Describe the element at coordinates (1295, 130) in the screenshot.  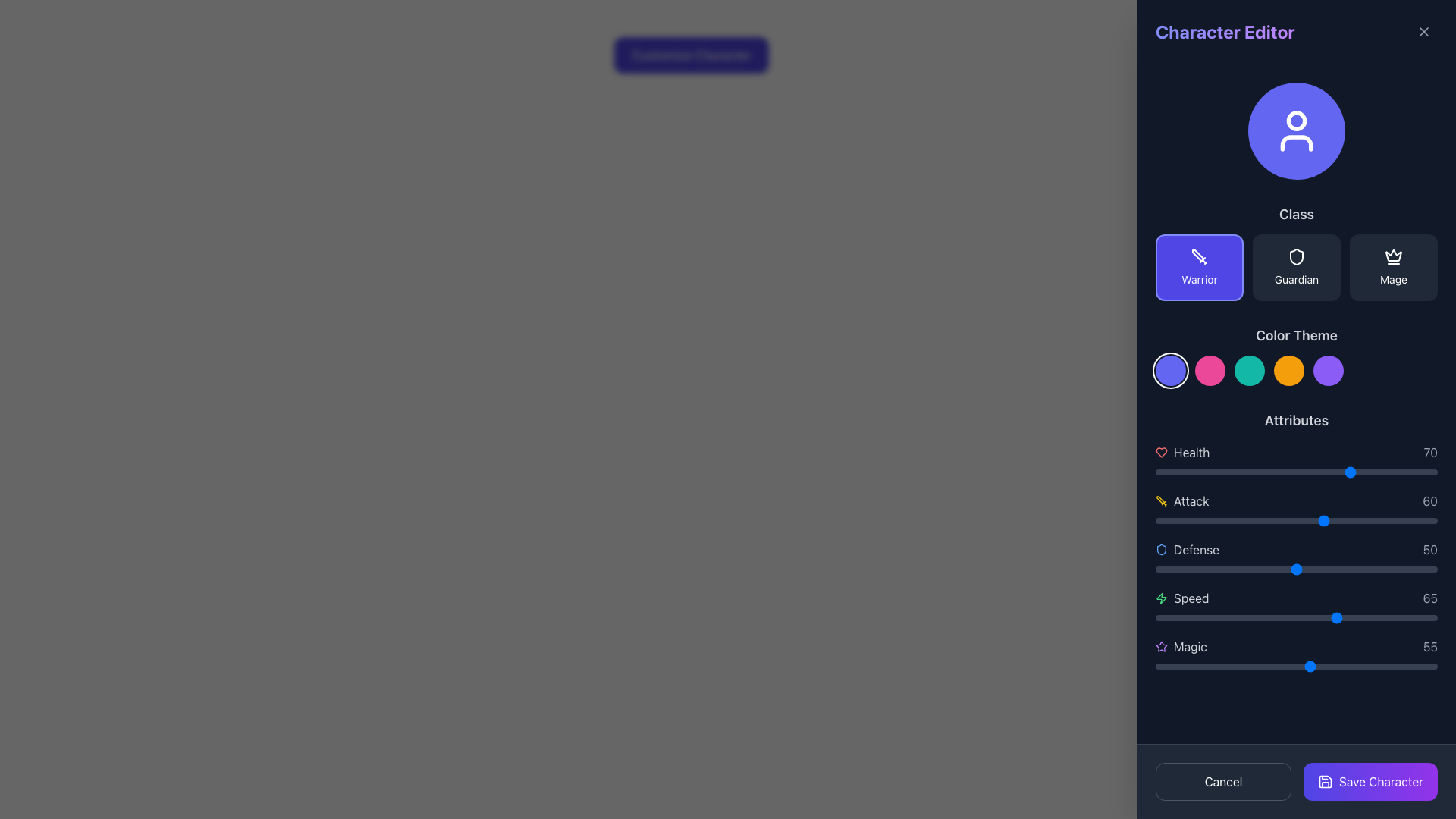
I see `the Icon or Avatar Placeholder located in the upper section of the right panel titled 'Character Editor', which is centered horizontally and positioned above the 'Class' section` at that location.